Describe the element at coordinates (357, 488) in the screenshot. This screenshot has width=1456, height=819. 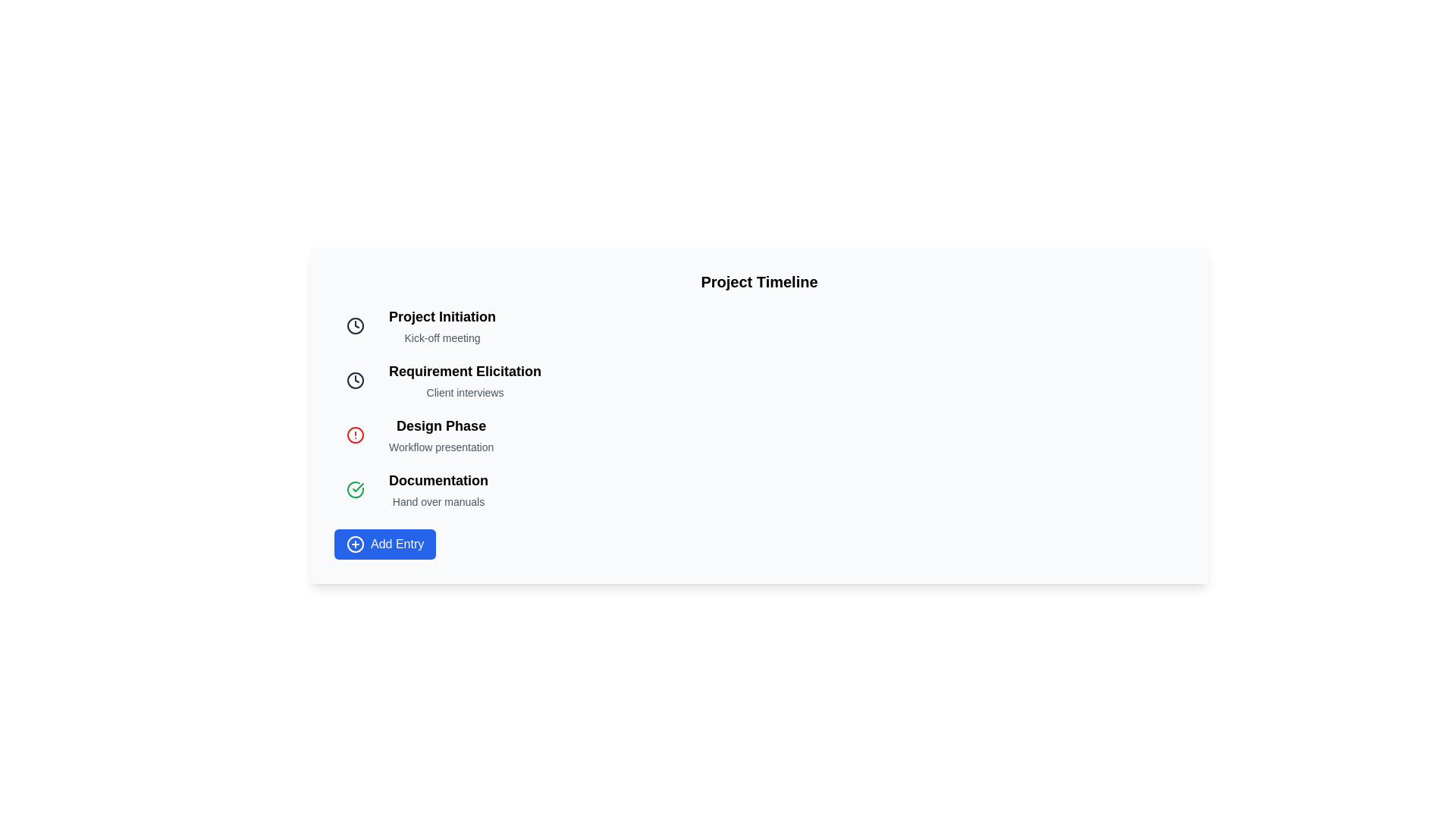
I see `the green checkmark icon located at the bottom section of the vertical timeline, next to the 'Documentation' phase label` at that location.